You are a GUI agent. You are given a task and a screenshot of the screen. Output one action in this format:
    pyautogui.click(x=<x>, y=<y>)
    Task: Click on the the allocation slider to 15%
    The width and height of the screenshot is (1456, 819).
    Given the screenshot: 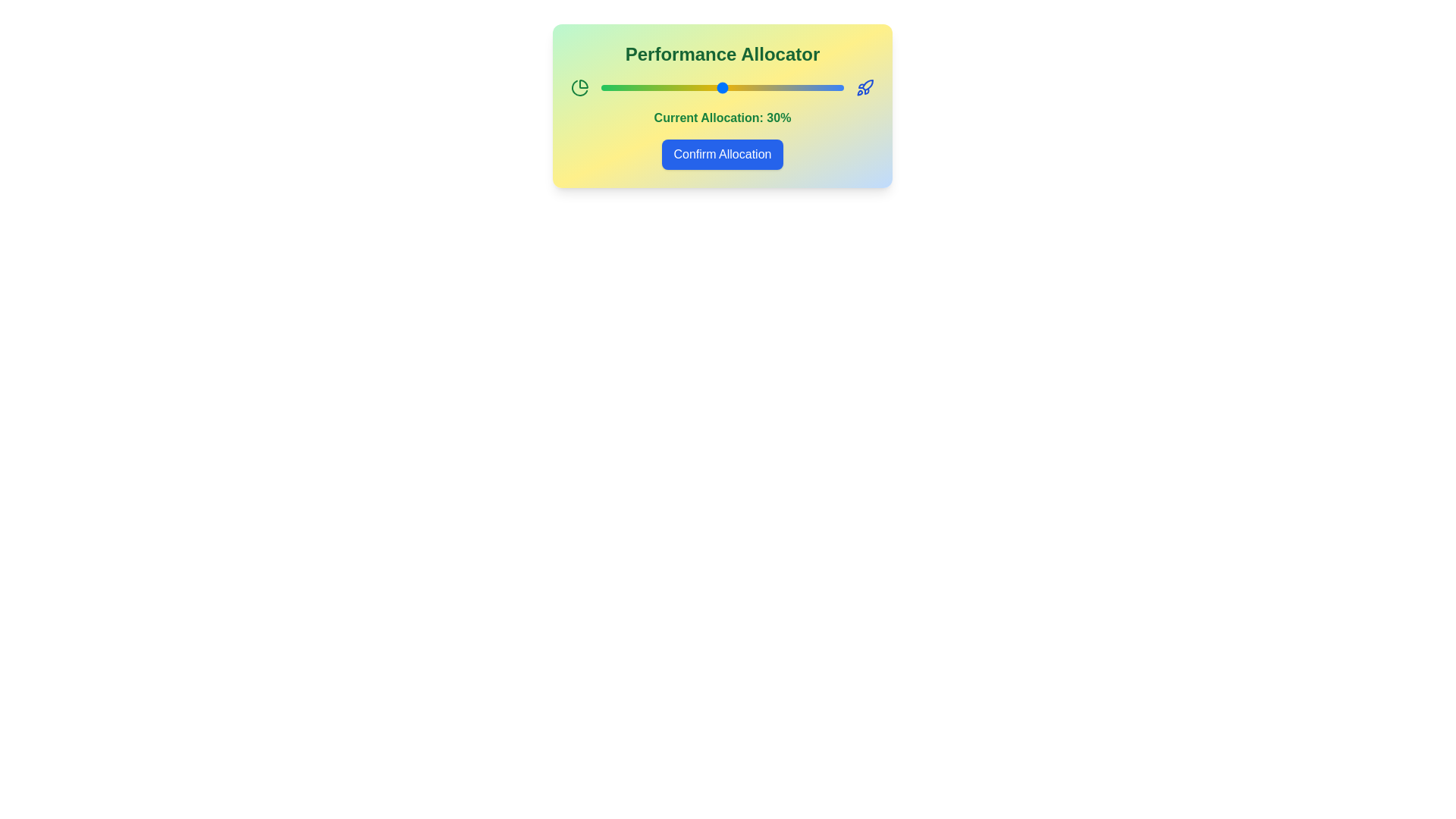 What is the action you would take?
    pyautogui.click(x=632, y=87)
    